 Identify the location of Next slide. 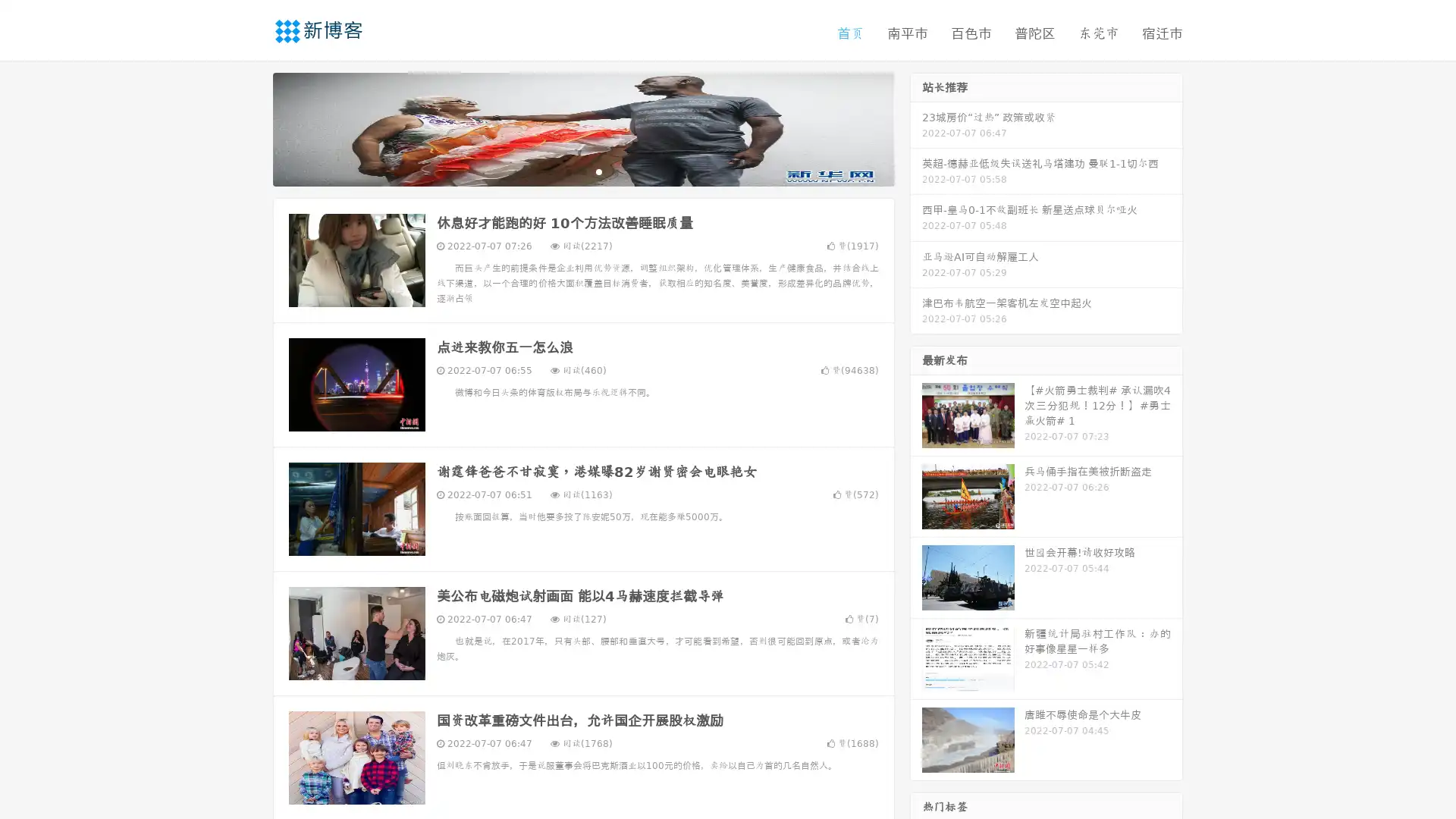
(916, 127).